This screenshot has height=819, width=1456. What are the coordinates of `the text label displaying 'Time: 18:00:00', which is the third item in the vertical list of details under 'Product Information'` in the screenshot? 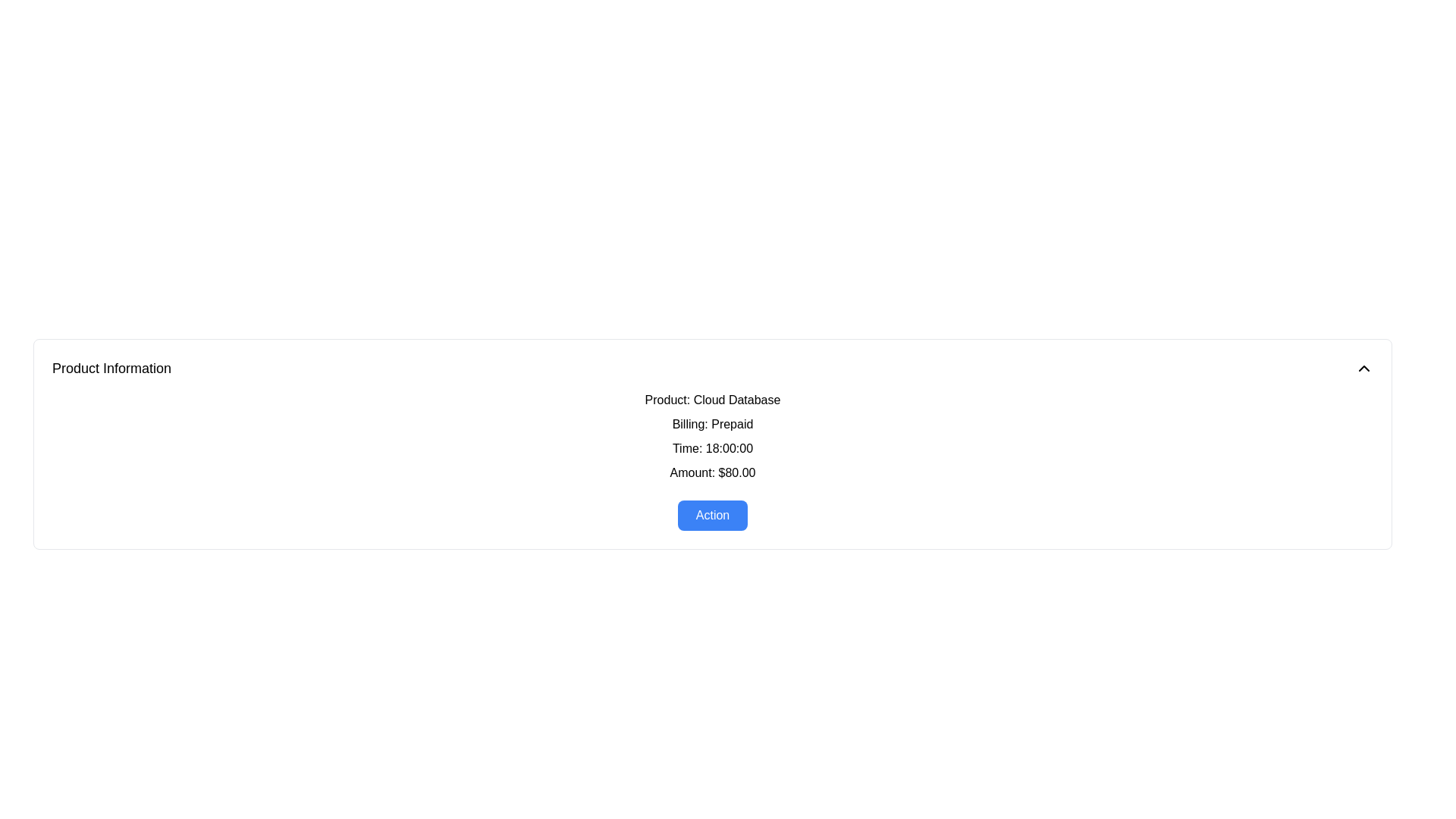 It's located at (712, 447).